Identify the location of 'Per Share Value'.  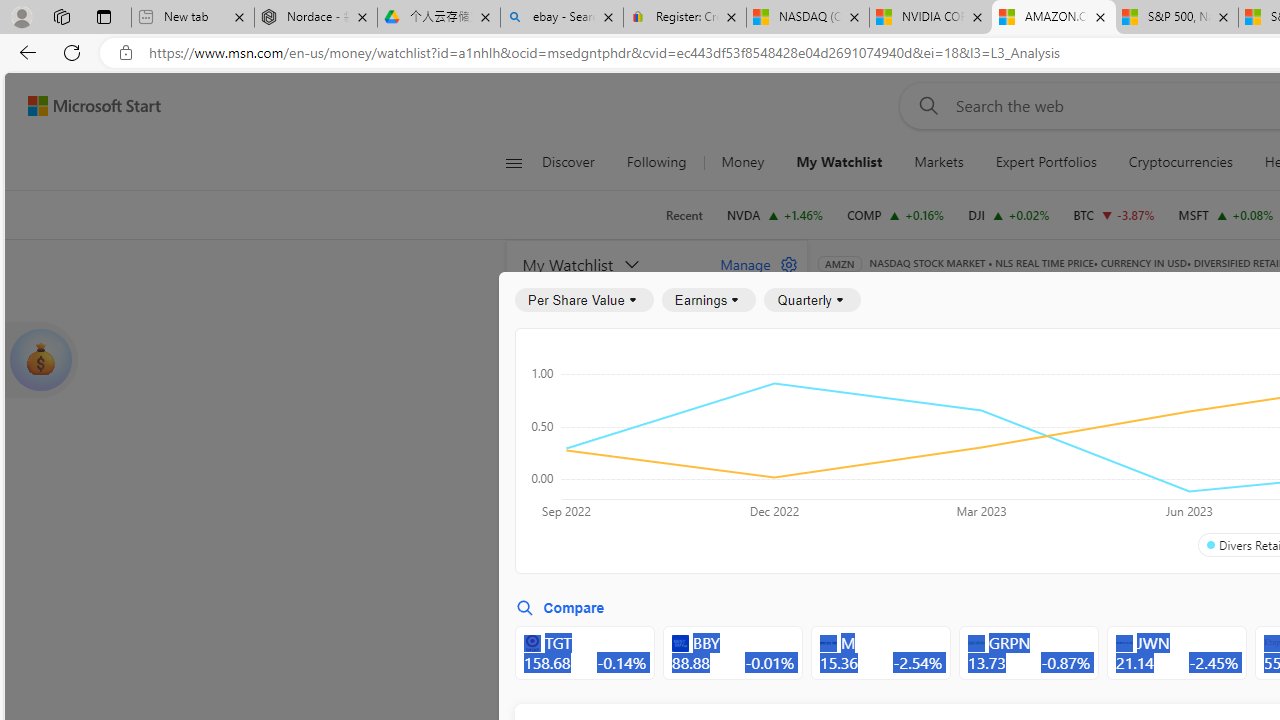
(583, 300).